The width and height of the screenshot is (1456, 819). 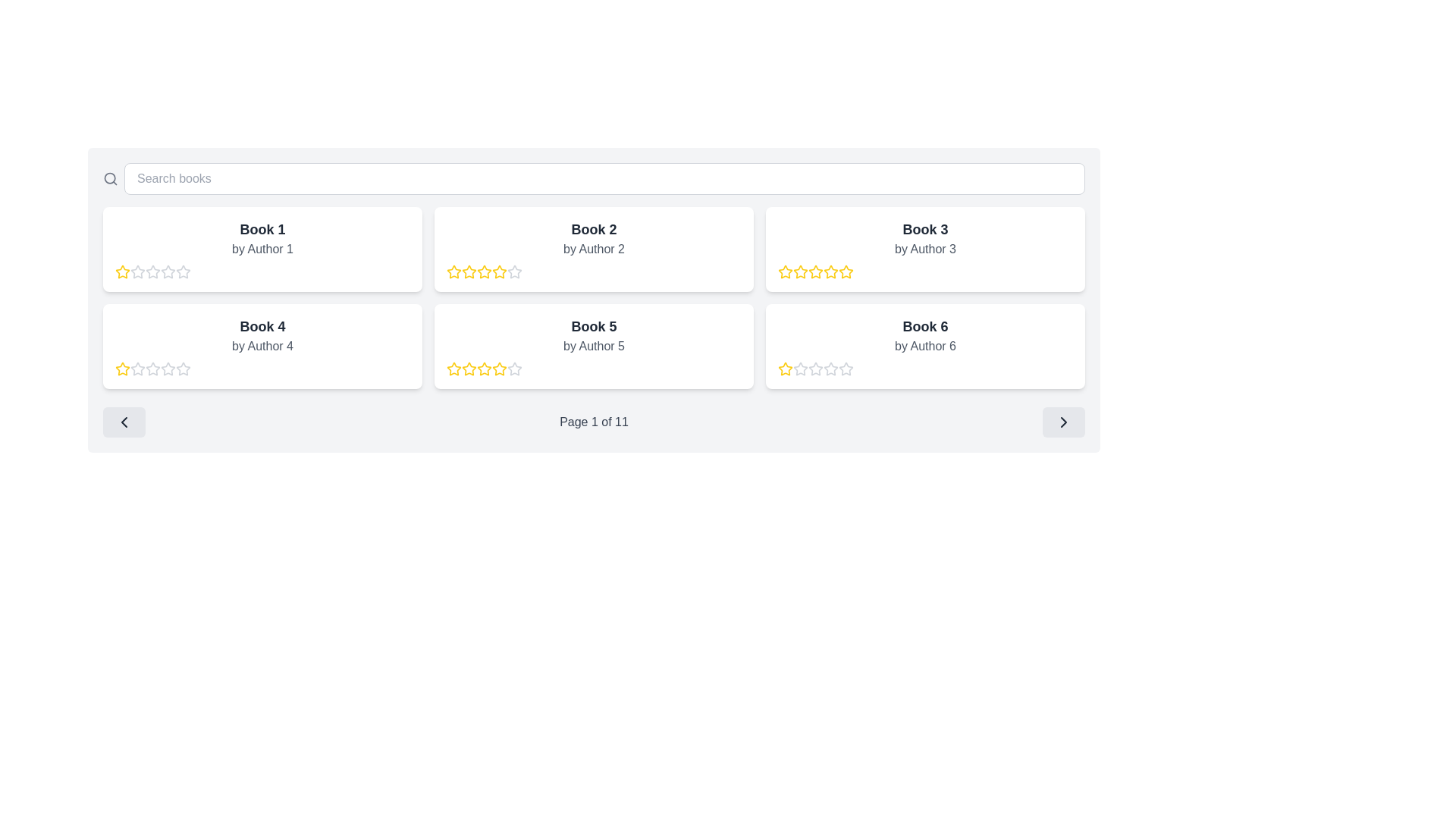 What do you see at coordinates (124, 422) in the screenshot?
I see `the gray button with rounded edges containing a left-pointing chevron icon, located in the bottom-left corner of the pagination controls` at bounding box center [124, 422].